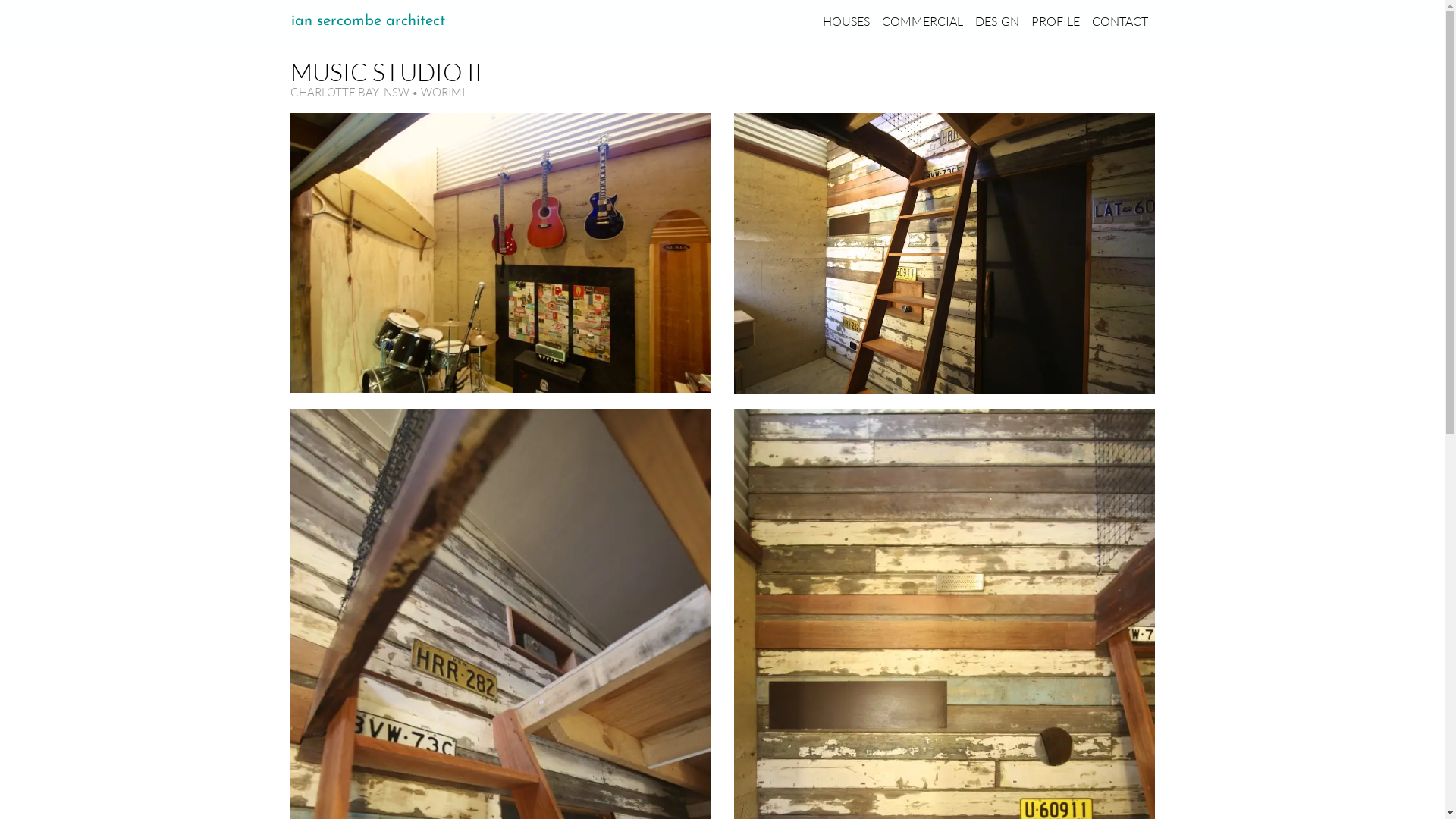 The width and height of the screenshot is (1456, 819). I want to click on 'DESIGN', so click(997, 20).